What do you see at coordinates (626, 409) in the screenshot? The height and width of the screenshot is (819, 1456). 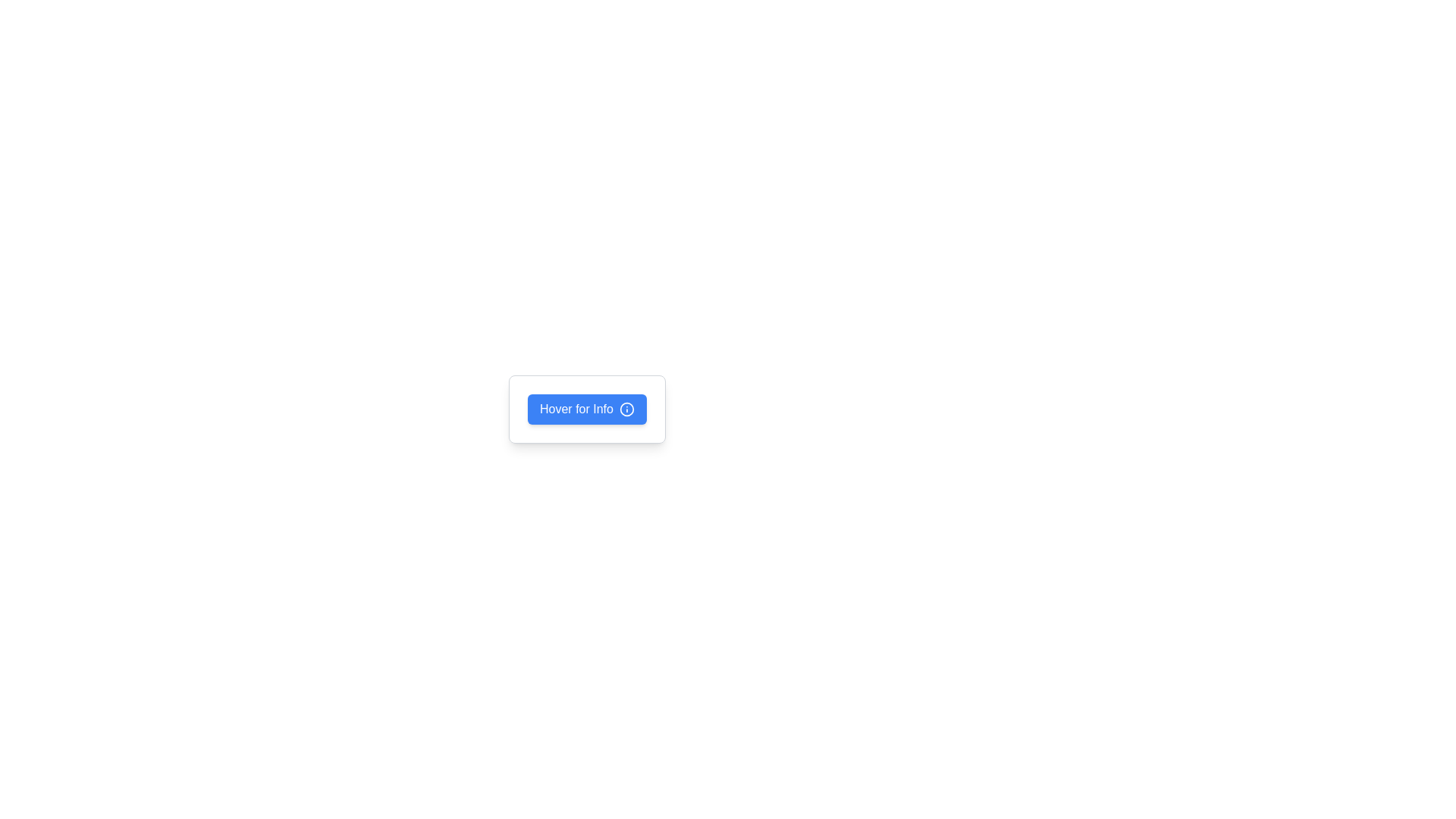 I see `the informational icon located at the right end of the 'Hover for Info' button to indicate its availability for additional details or help` at bounding box center [626, 409].